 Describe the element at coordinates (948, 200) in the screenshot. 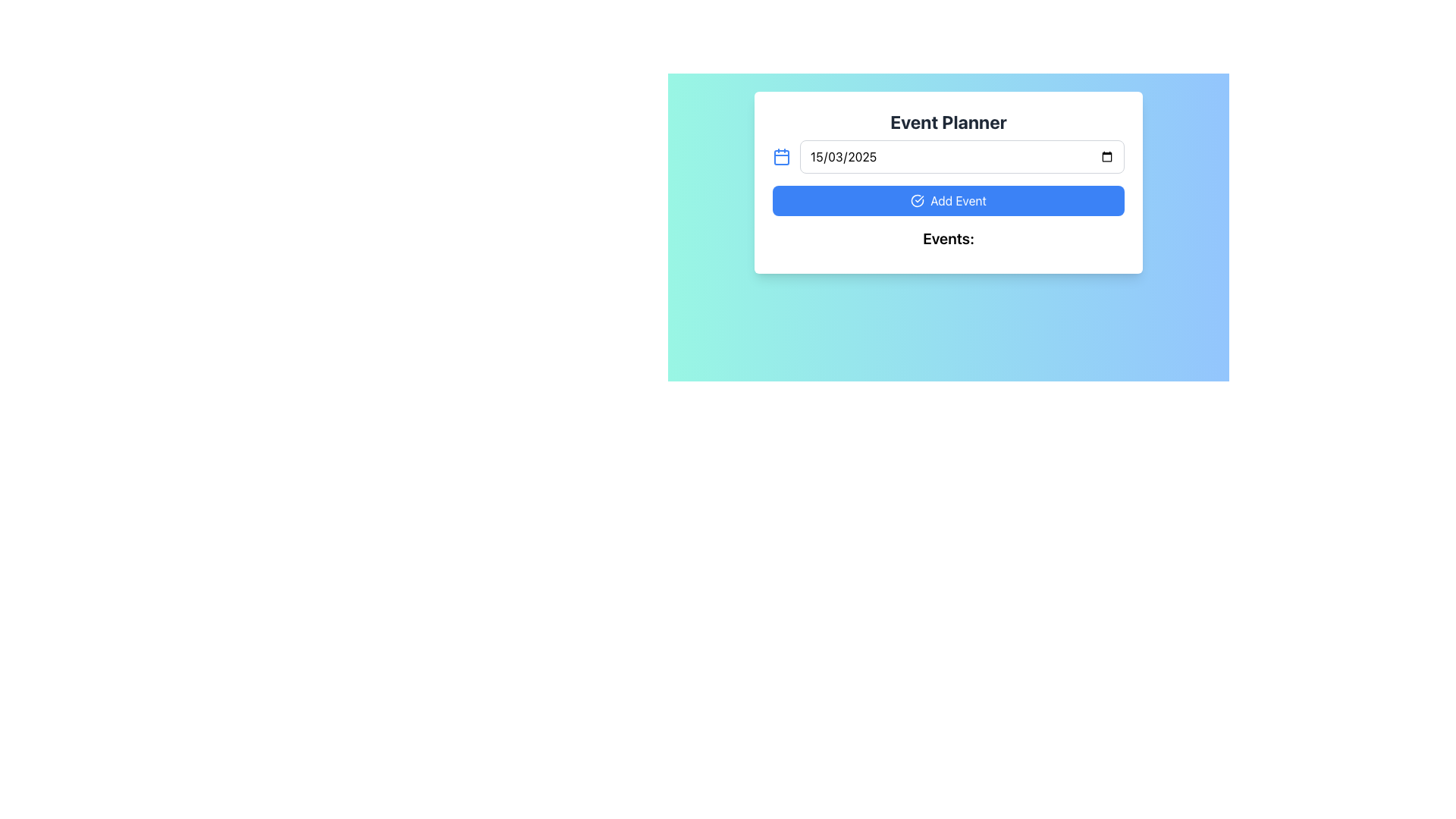

I see `the blue button located centrally in the 'Event Planner' interface` at that location.